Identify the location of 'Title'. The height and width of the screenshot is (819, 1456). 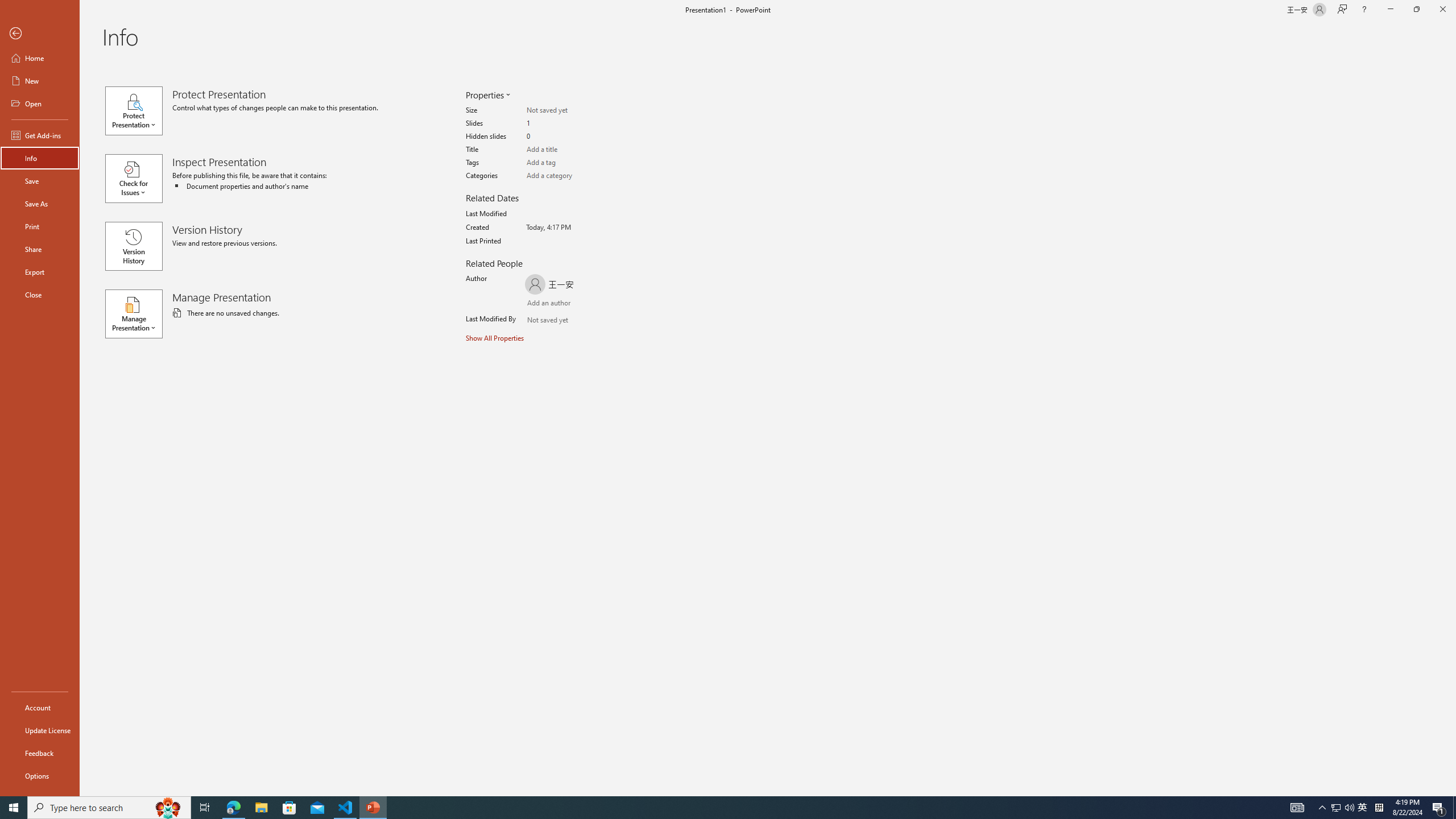
(570, 150).